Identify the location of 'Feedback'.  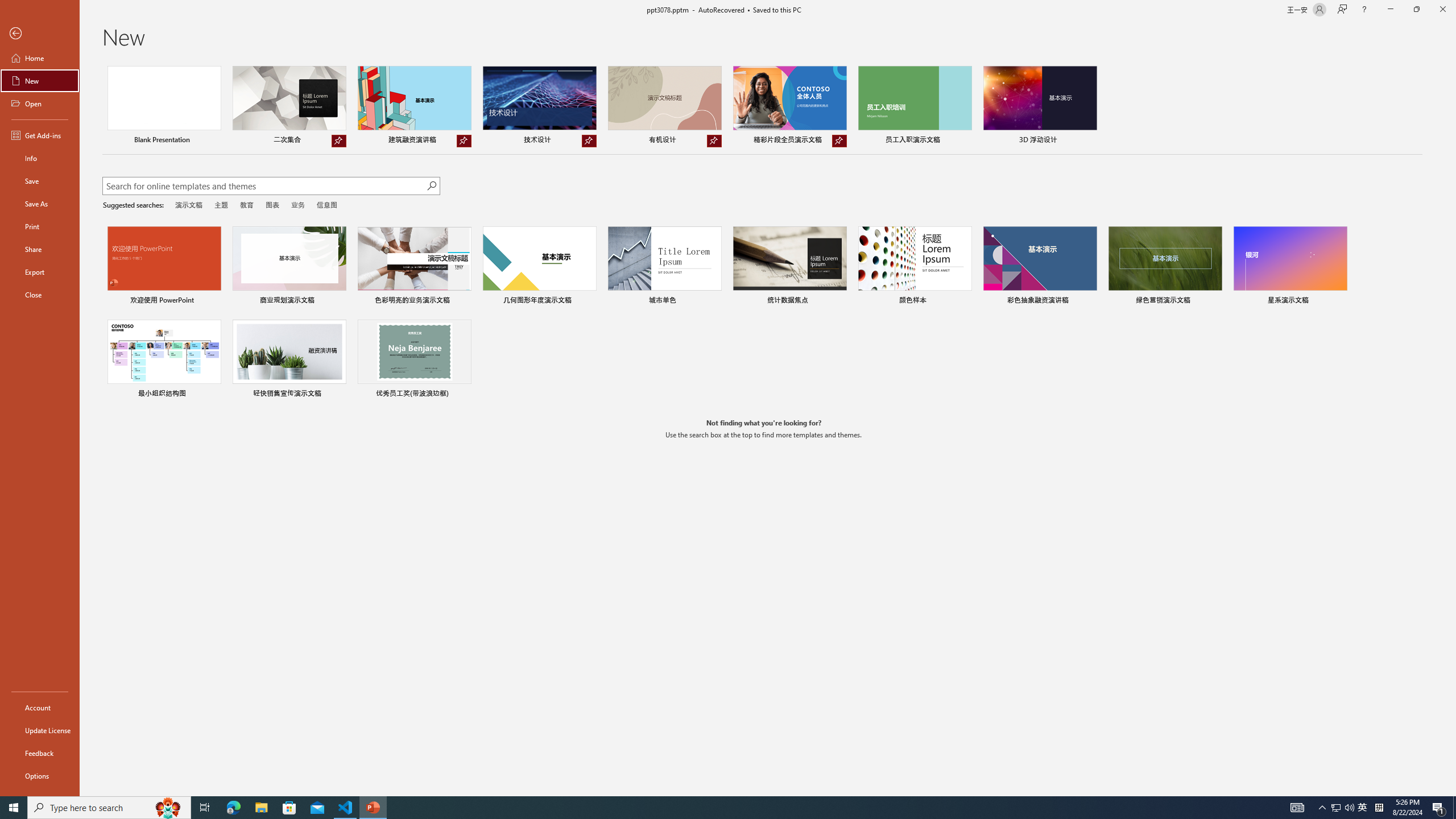
(39, 753).